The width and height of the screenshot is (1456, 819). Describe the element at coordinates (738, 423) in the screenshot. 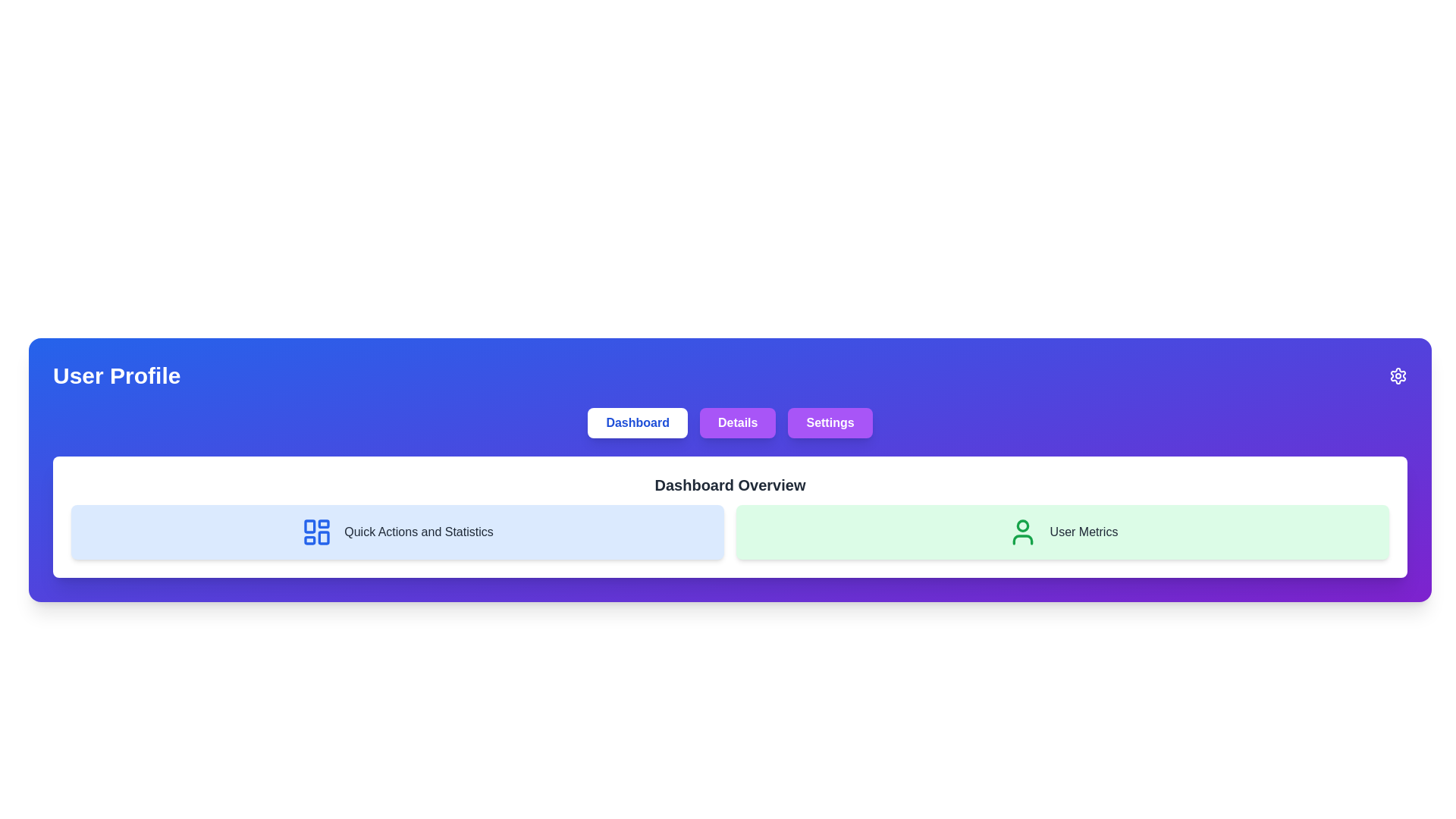

I see `the 'Details' button with a purple background` at that location.